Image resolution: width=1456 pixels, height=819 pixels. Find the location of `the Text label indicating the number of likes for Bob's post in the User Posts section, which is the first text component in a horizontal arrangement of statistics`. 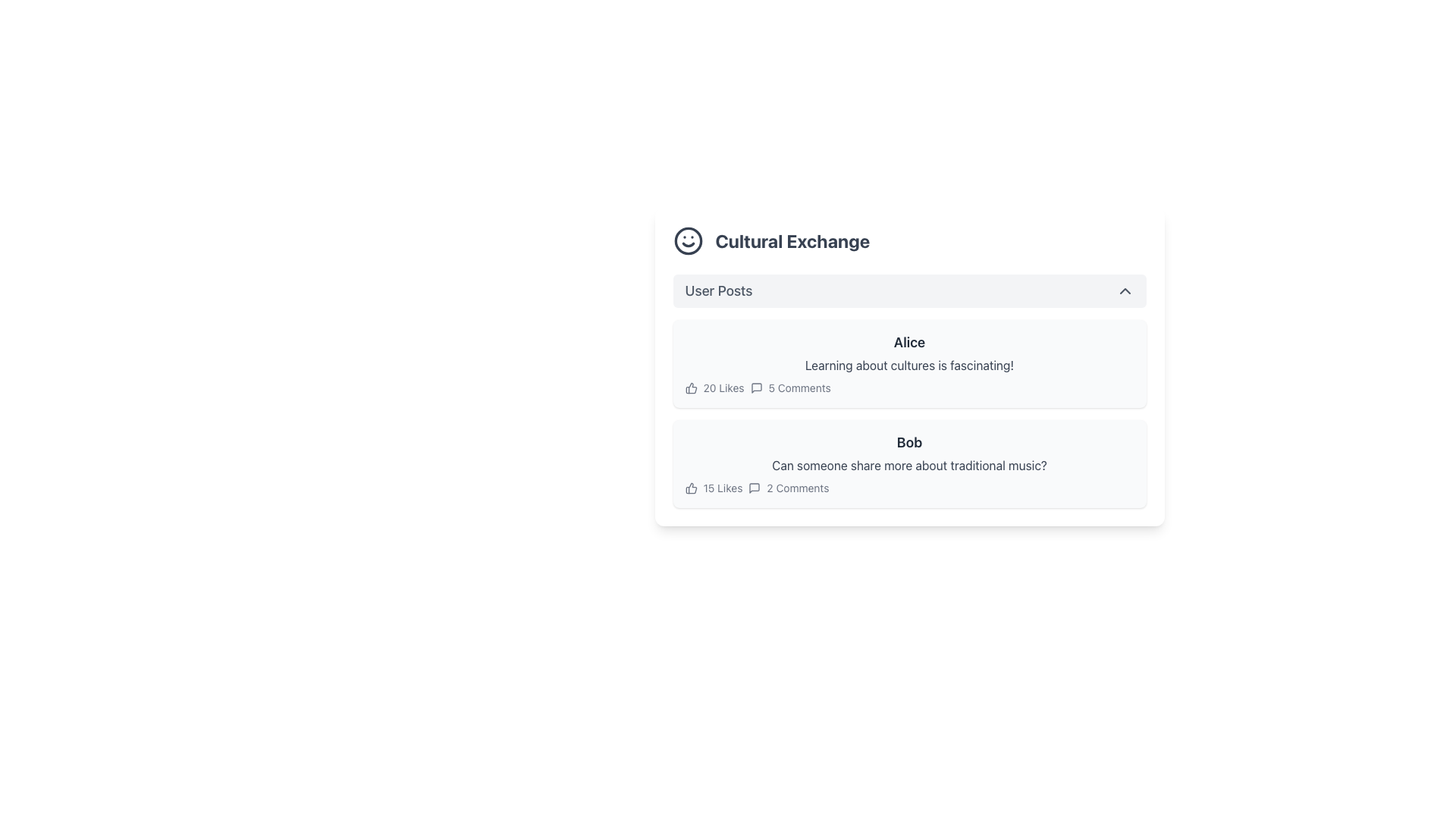

the Text label indicating the number of likes for Bob's post in the User Posts section, which is the first text component in a horizontal arrangement of statistics is located at coordinates (722, 488).